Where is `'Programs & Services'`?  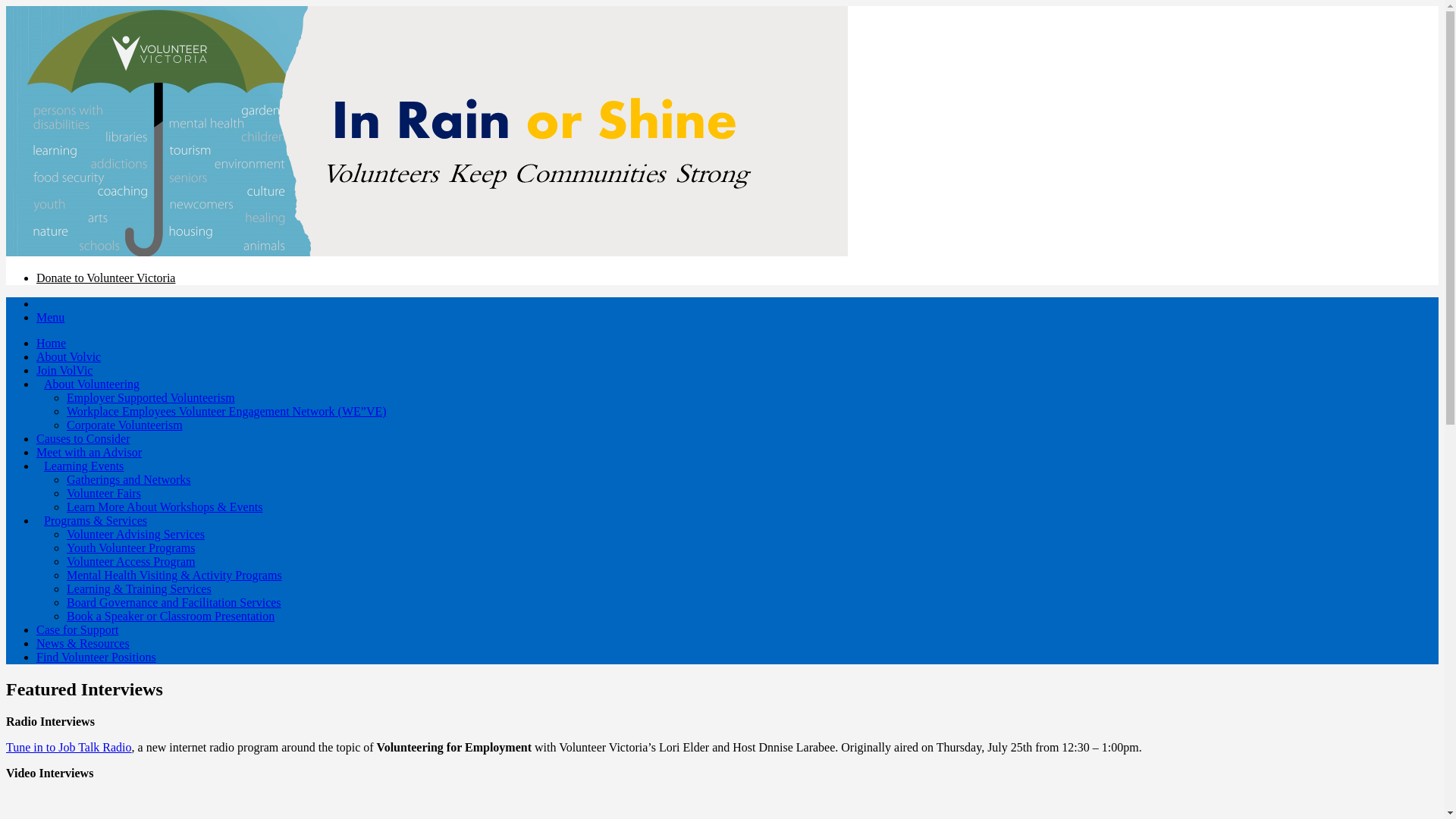
'Programs & Services' is located at coordinates (94, 519).